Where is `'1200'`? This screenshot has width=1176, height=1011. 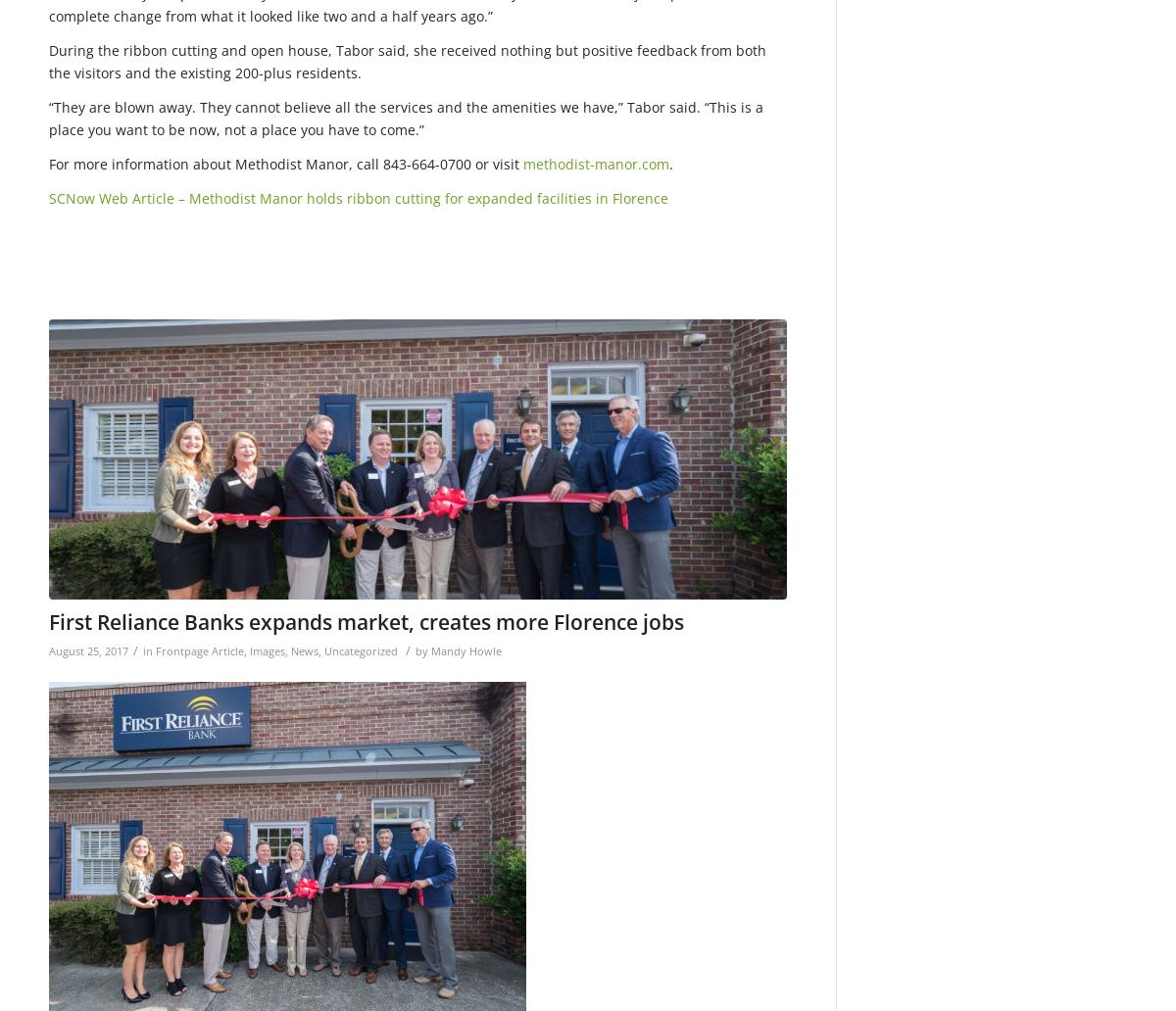 '1200' is located at coordinates (588, 330).